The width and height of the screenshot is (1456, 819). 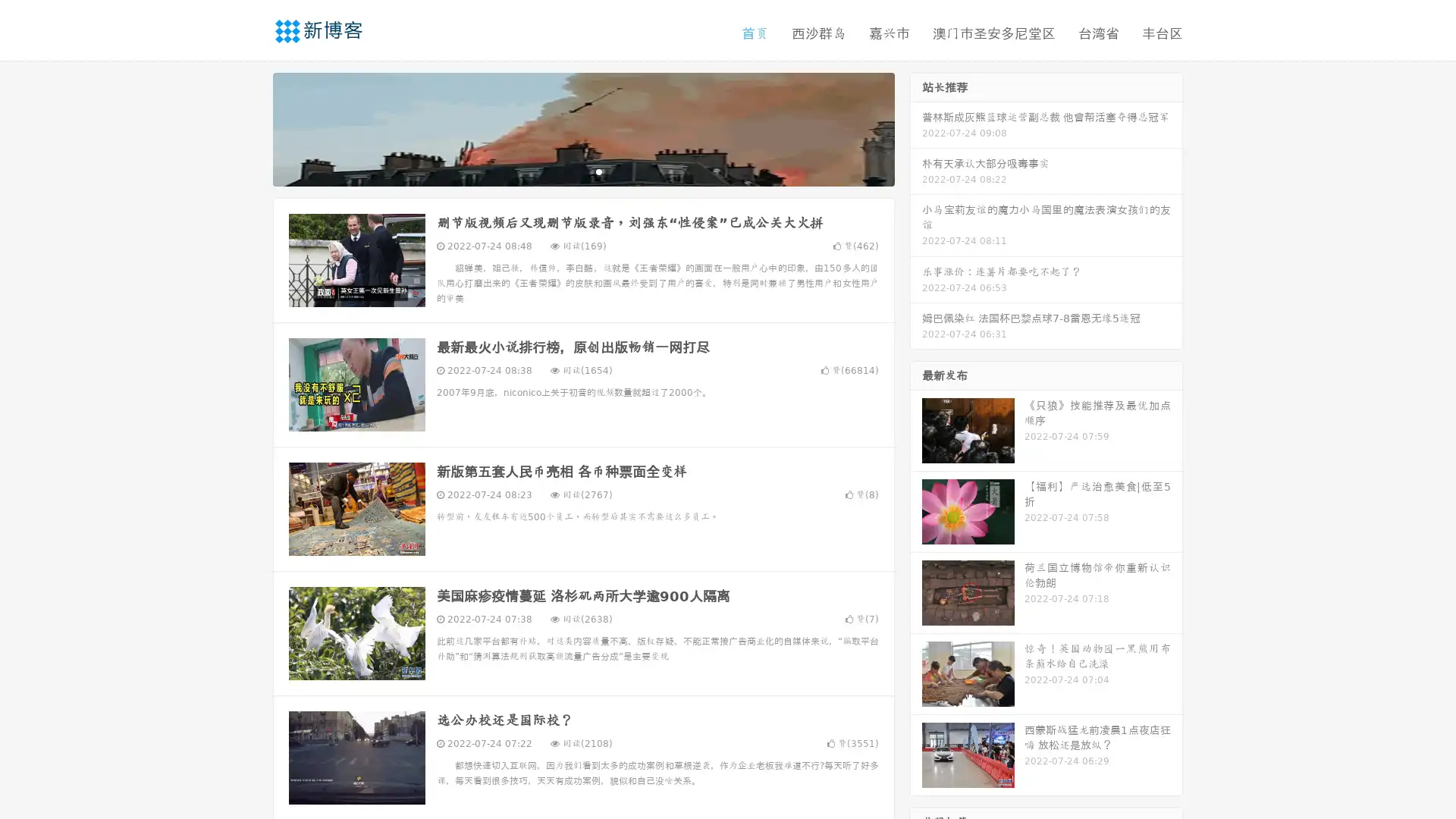 I want to click on Go to slide 2, so click(x=582, y=171).